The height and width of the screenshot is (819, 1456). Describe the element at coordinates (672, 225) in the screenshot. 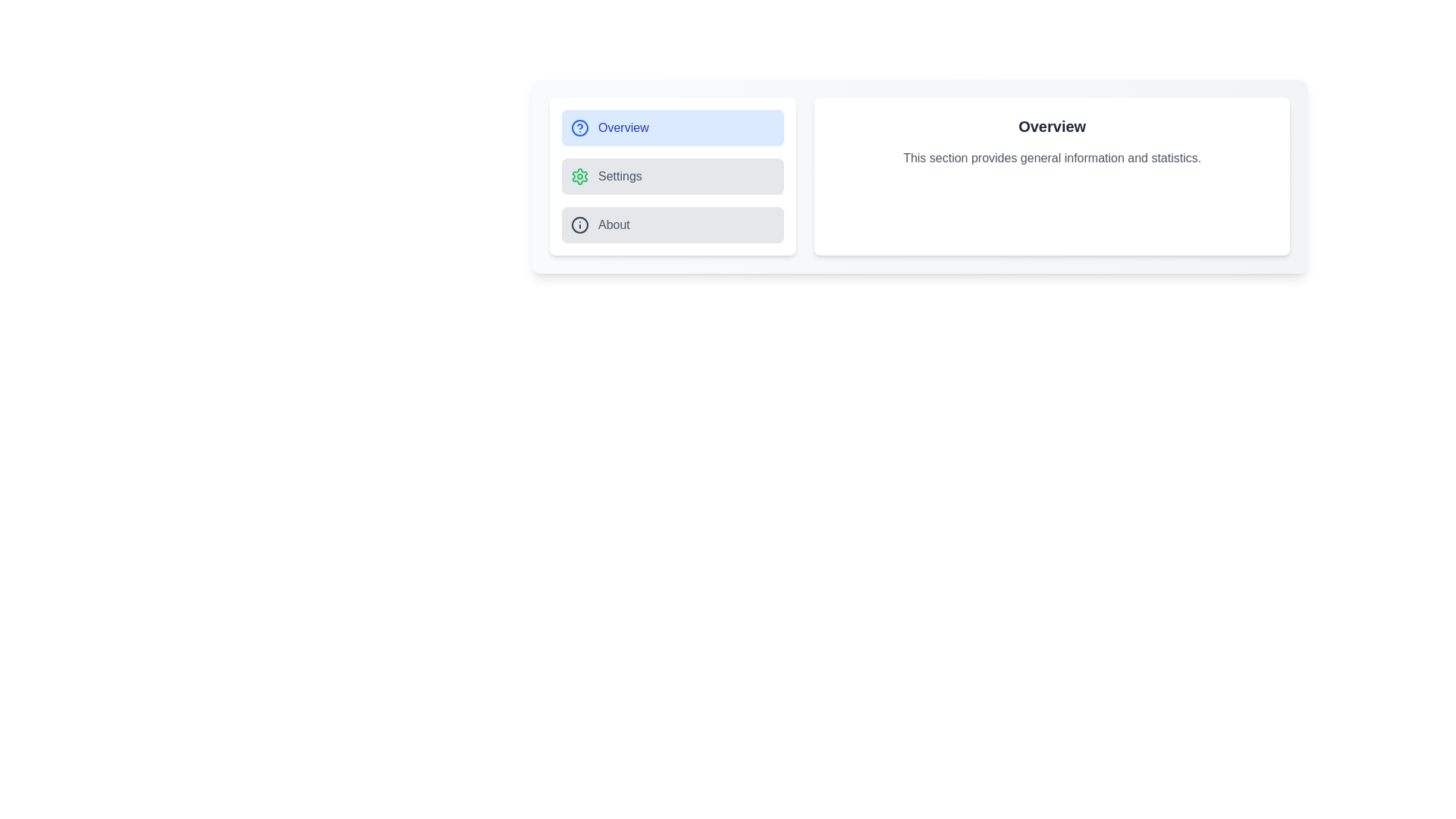

I see `the About tab to display its content in the main section` at that location.